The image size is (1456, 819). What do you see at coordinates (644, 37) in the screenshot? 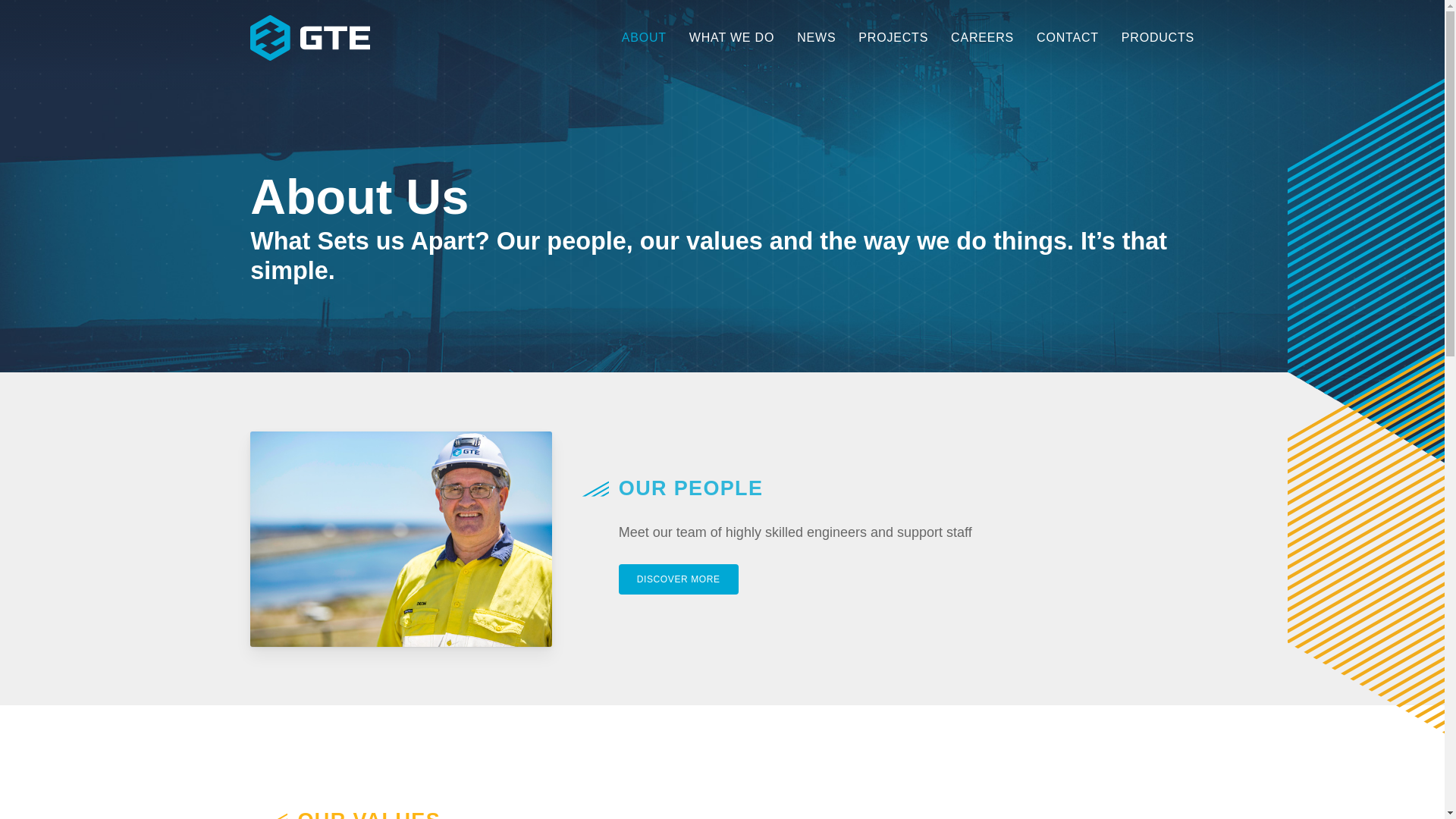
I see `'ABOUT'` at bounding box center [644, 37].